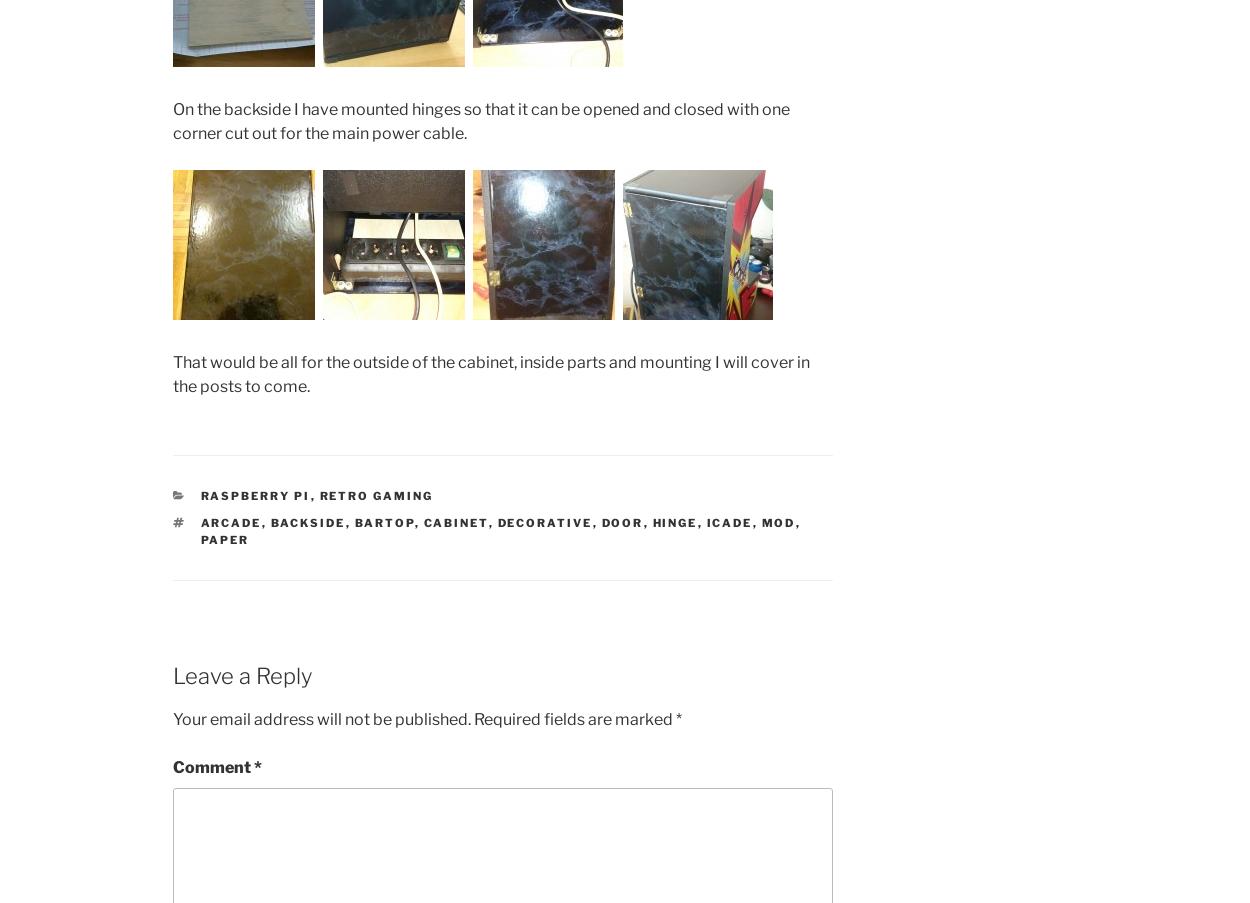  Describe the element at coordinates (241, 674) in the screenshot. I see `'Leave a Reply'` at that location.